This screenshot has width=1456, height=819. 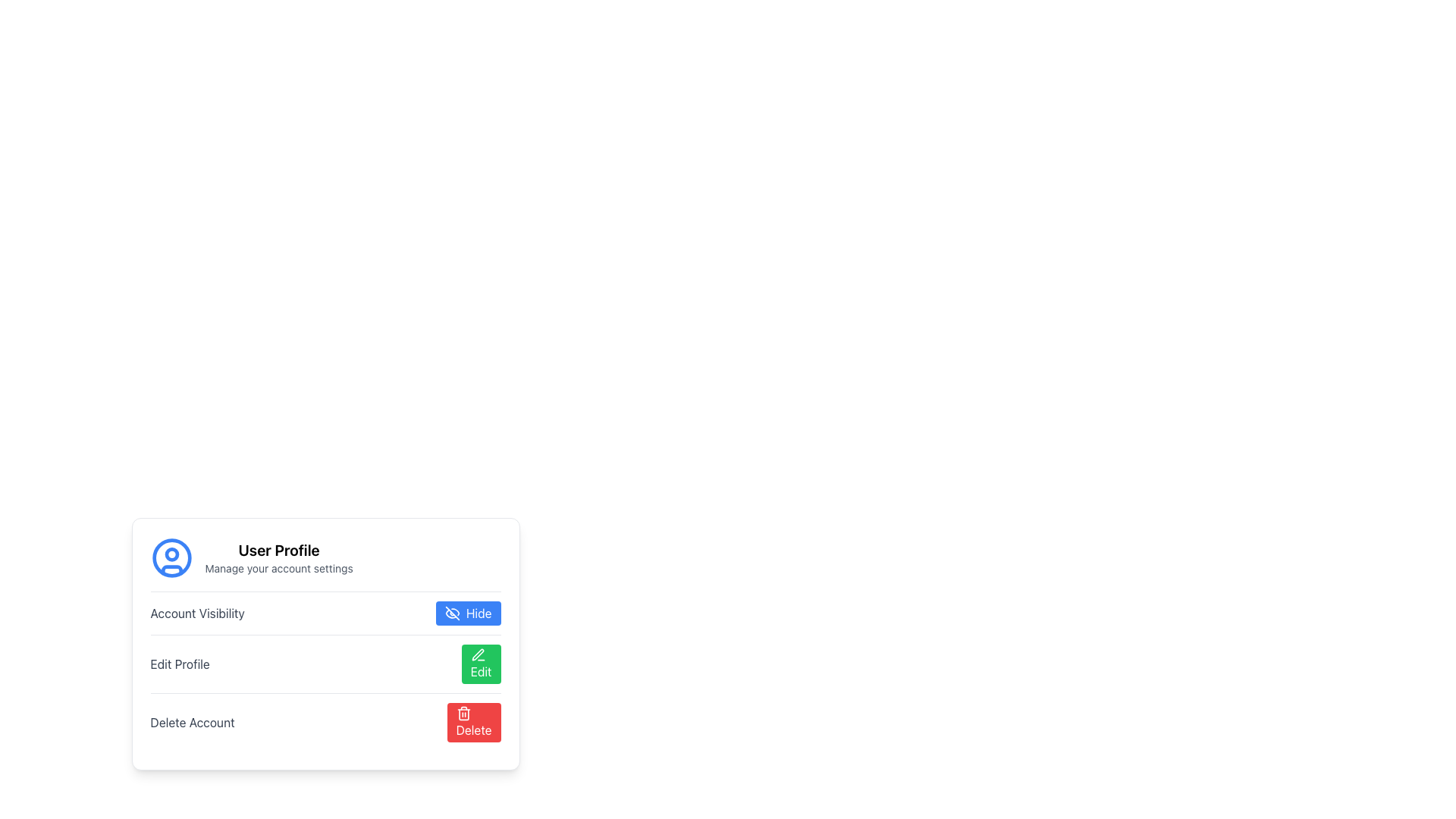 What do you see at coordinates (477, 654) in the screenshot?
I see `the editing icon located on the left side of the 'Edit' text within the green 'Edit' button in the User Profile panel` at bounding box center [477, 654].